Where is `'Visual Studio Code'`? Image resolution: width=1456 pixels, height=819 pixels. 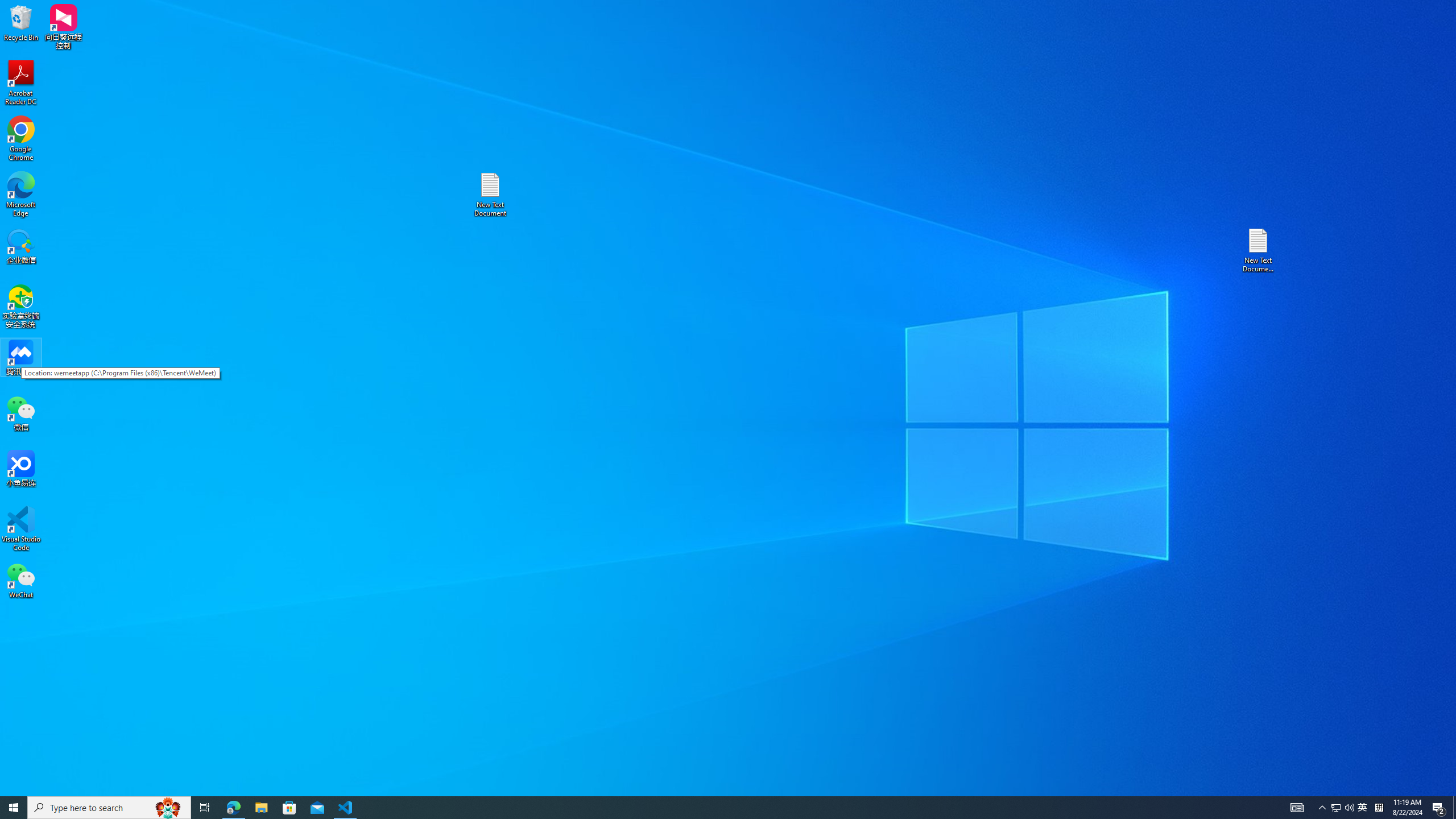
'Visual Studio Code' is located at coordinates (20, 528).